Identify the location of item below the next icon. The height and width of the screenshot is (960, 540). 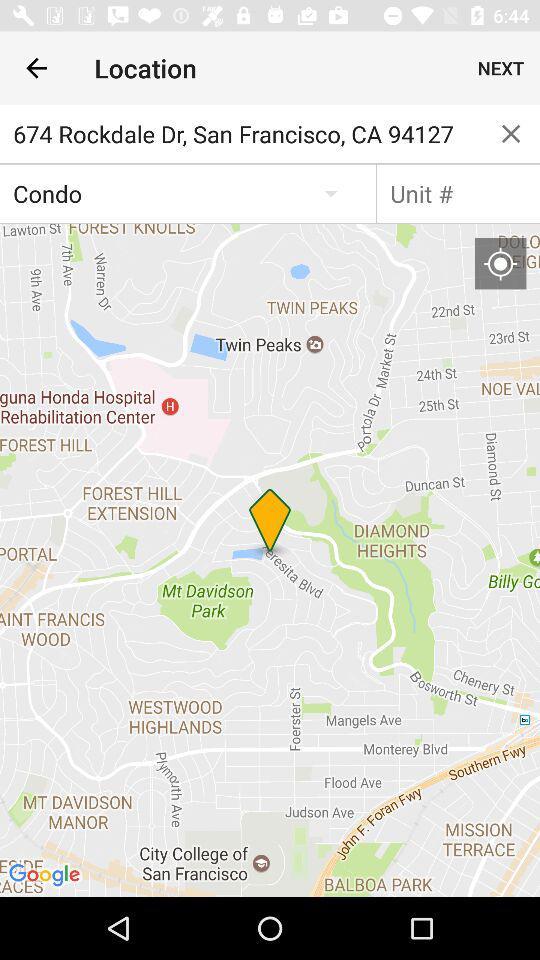
(511, 132).